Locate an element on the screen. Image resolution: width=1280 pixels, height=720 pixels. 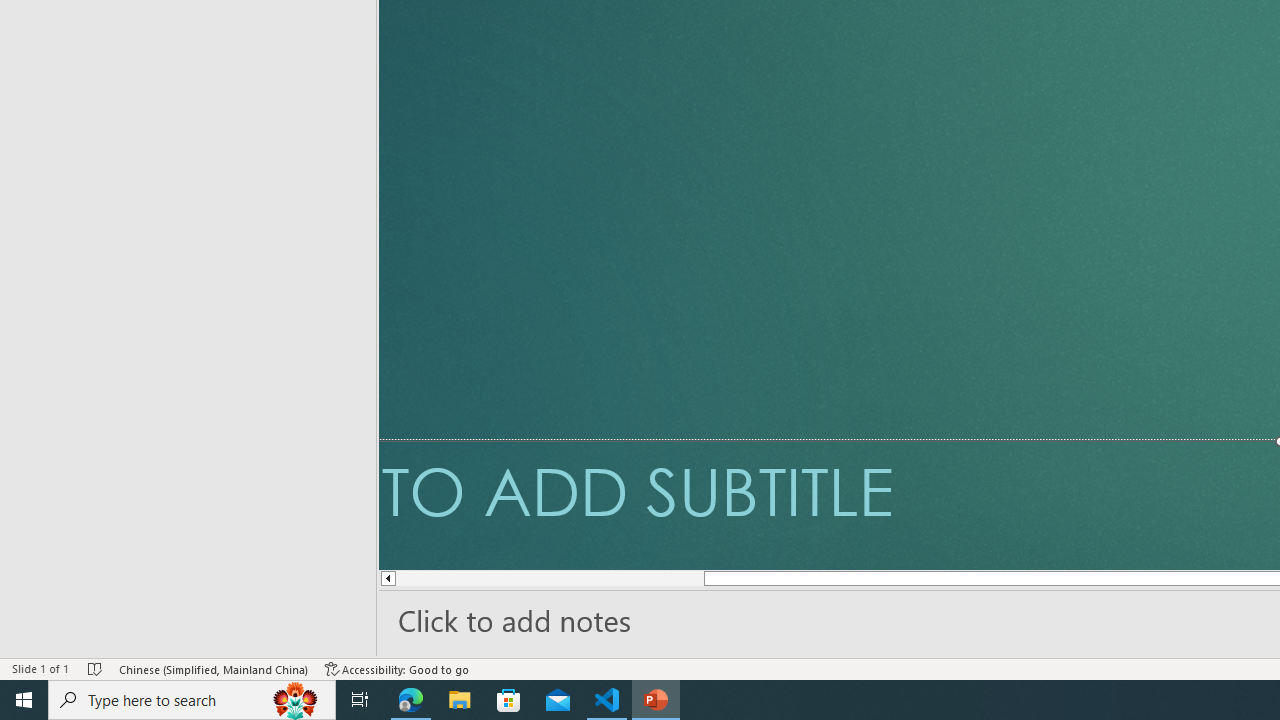
'Spell Check No Errors' is located at coordinates (95, 669).